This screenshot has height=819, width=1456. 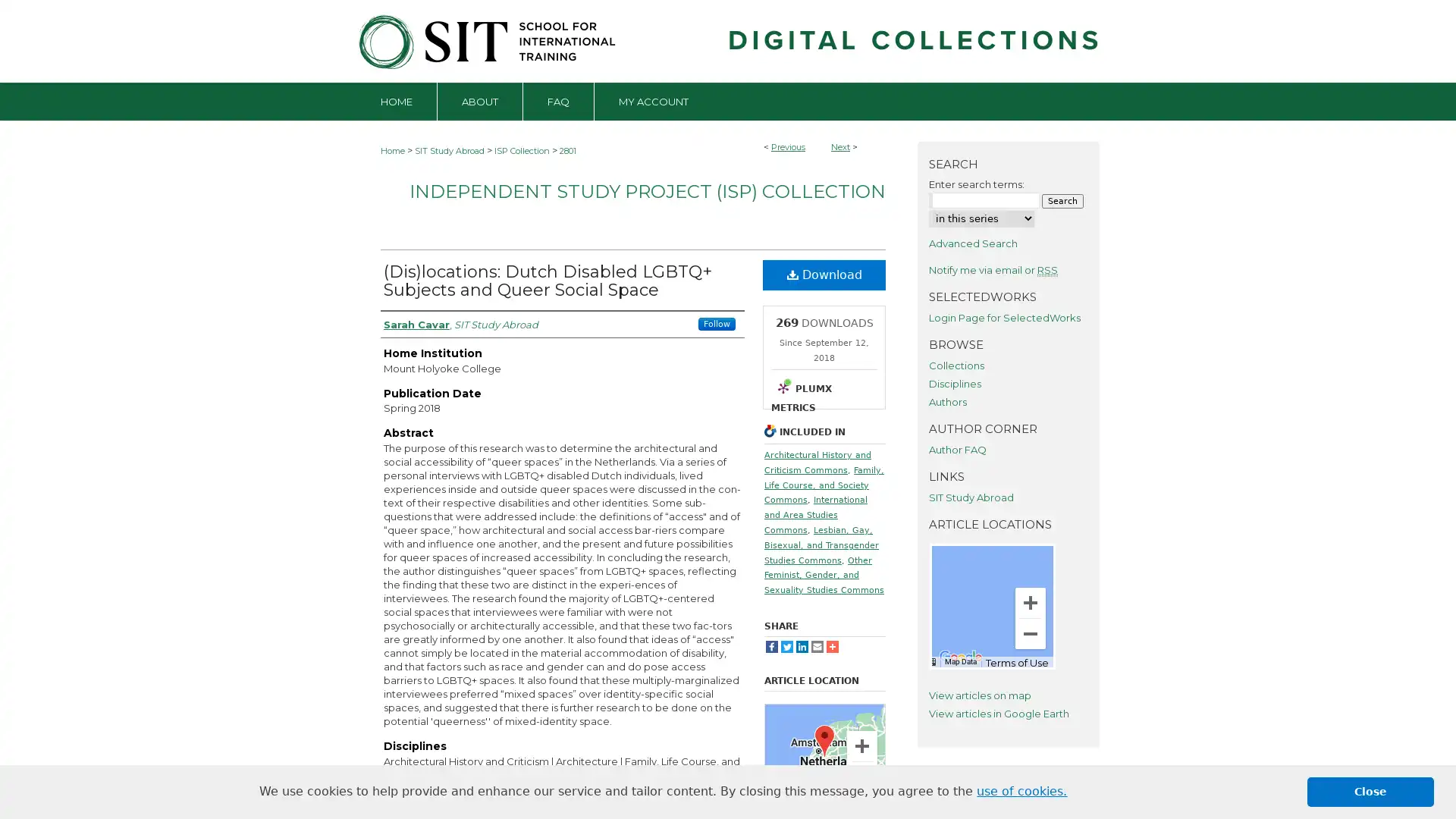 What do you see at coordinates (960, 660) in the screenshot?
I see `Map Data` at bounding box center [960, 660].